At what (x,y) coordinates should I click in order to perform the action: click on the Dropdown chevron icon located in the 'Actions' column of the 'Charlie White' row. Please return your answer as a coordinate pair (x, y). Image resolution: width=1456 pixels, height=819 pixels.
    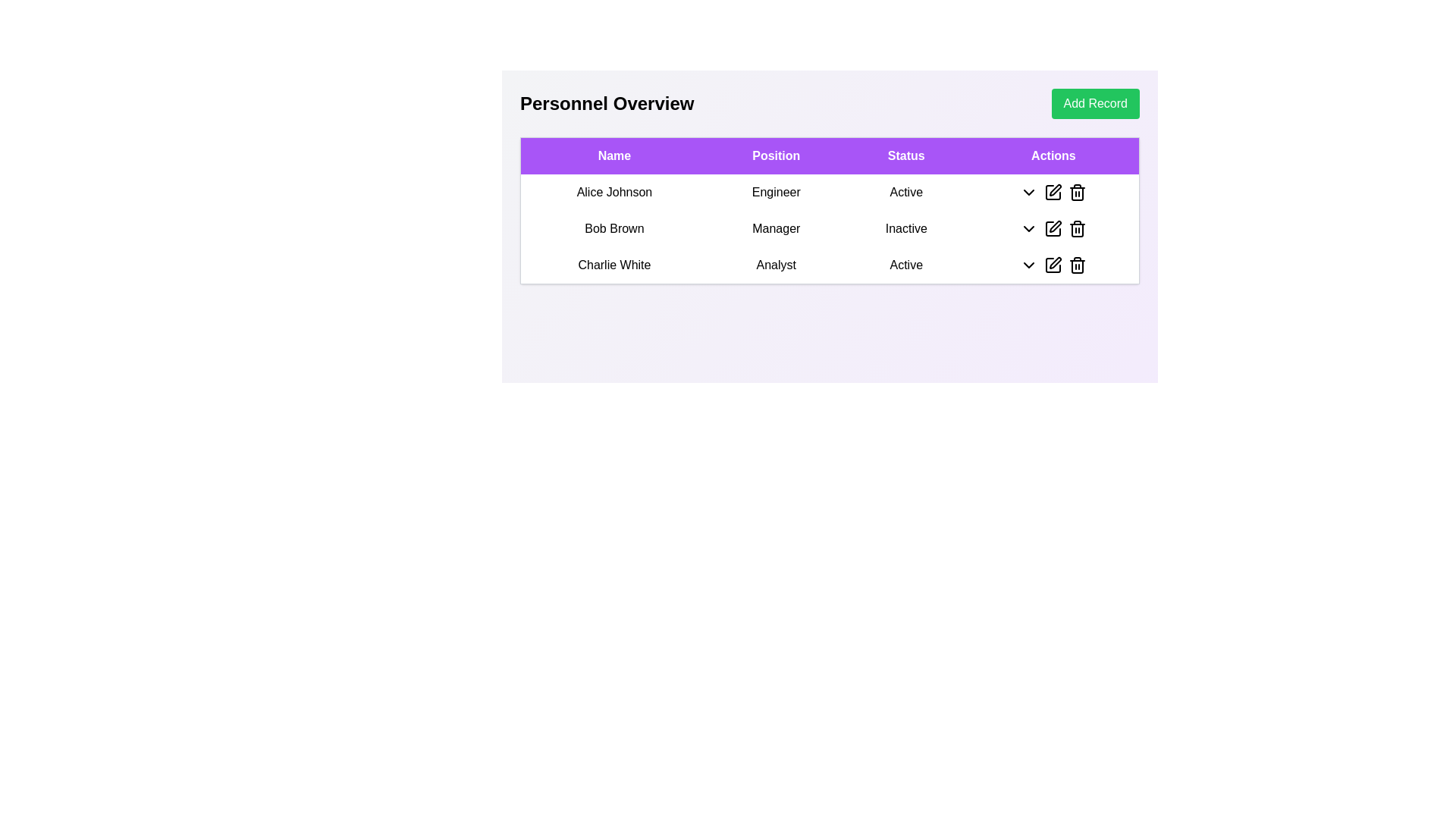
    Looking at the image, I should click on (1029, 265).